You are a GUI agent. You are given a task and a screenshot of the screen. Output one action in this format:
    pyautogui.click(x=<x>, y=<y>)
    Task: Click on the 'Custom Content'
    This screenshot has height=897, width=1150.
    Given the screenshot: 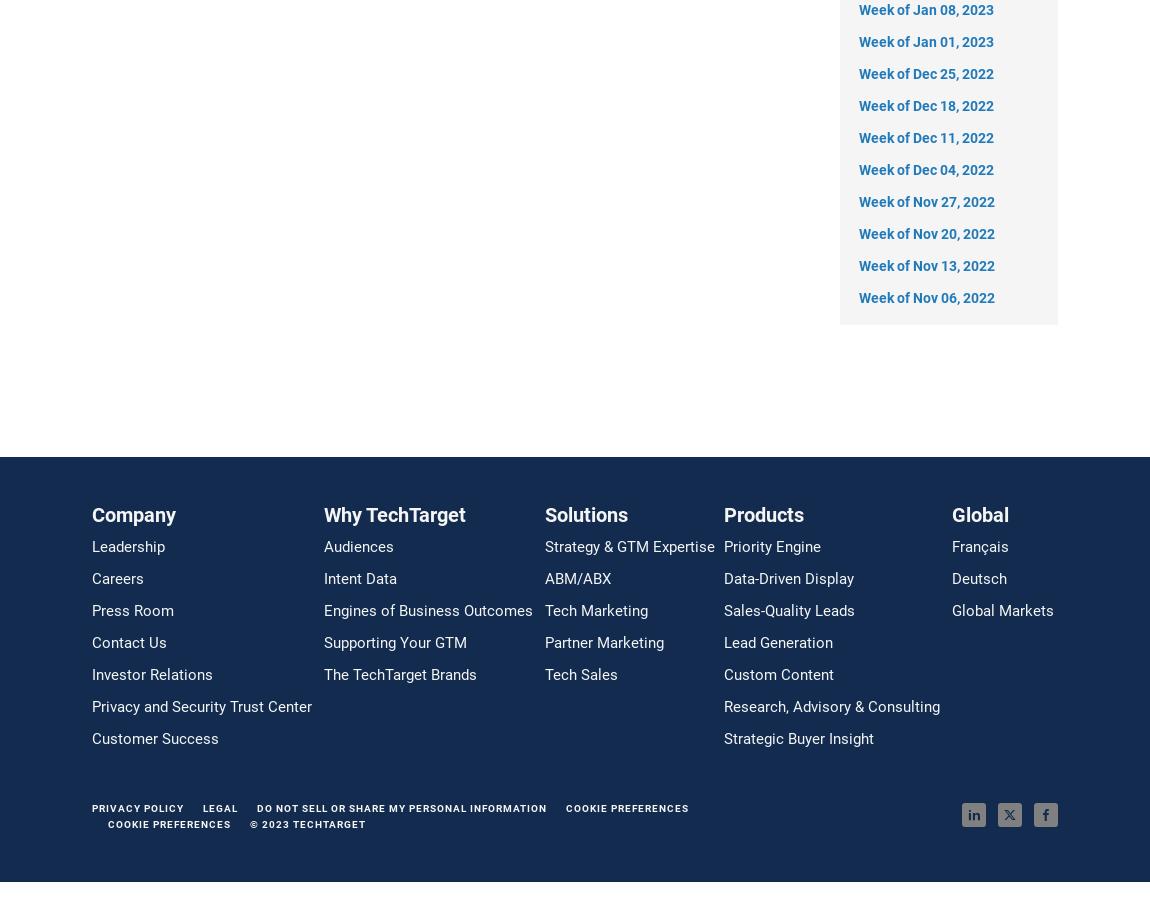 What is the action you would take?
    pyautogui.click(x=778, y=674)
    